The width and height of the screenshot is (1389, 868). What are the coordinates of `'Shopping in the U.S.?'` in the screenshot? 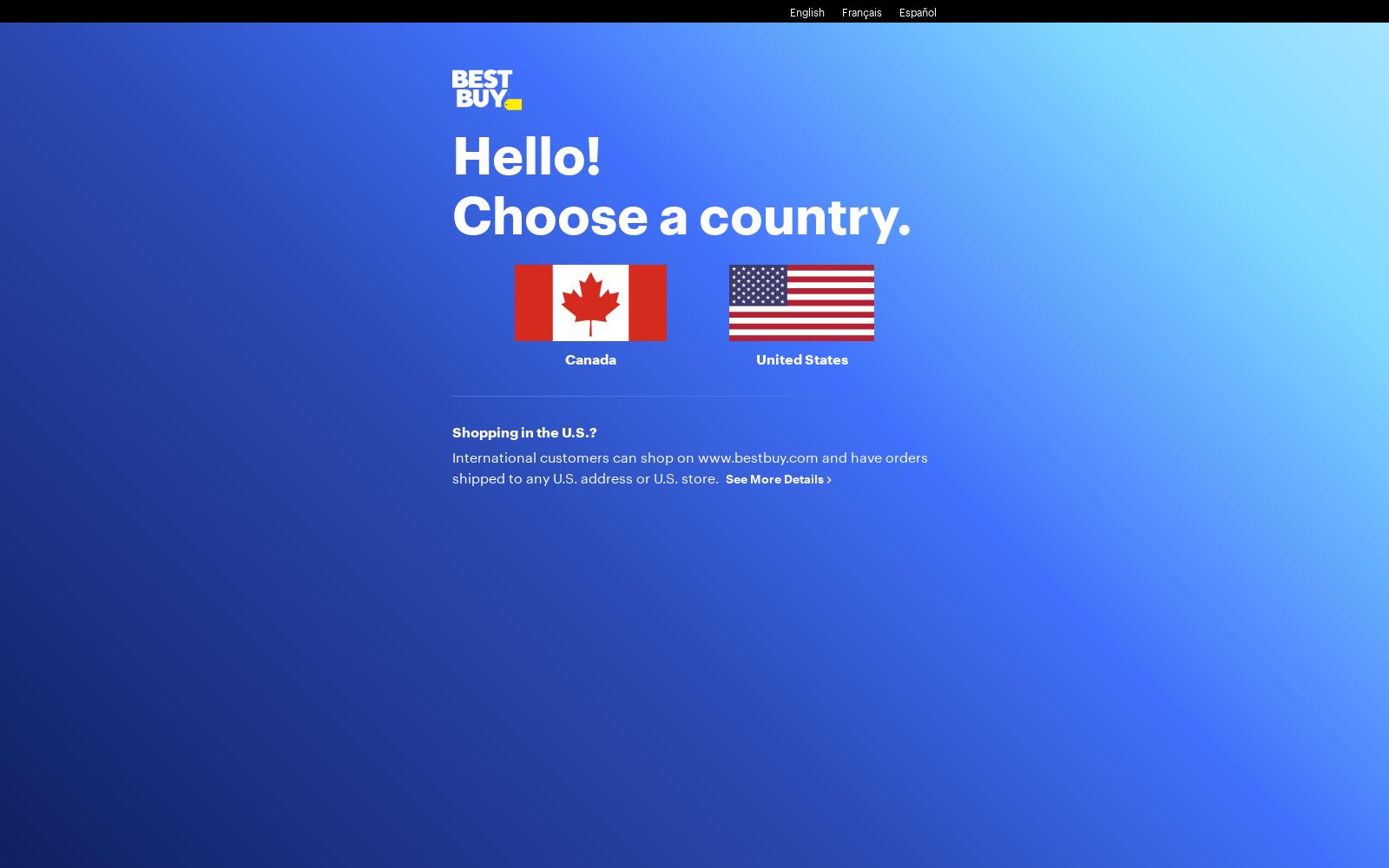 It's located at (451, 430).